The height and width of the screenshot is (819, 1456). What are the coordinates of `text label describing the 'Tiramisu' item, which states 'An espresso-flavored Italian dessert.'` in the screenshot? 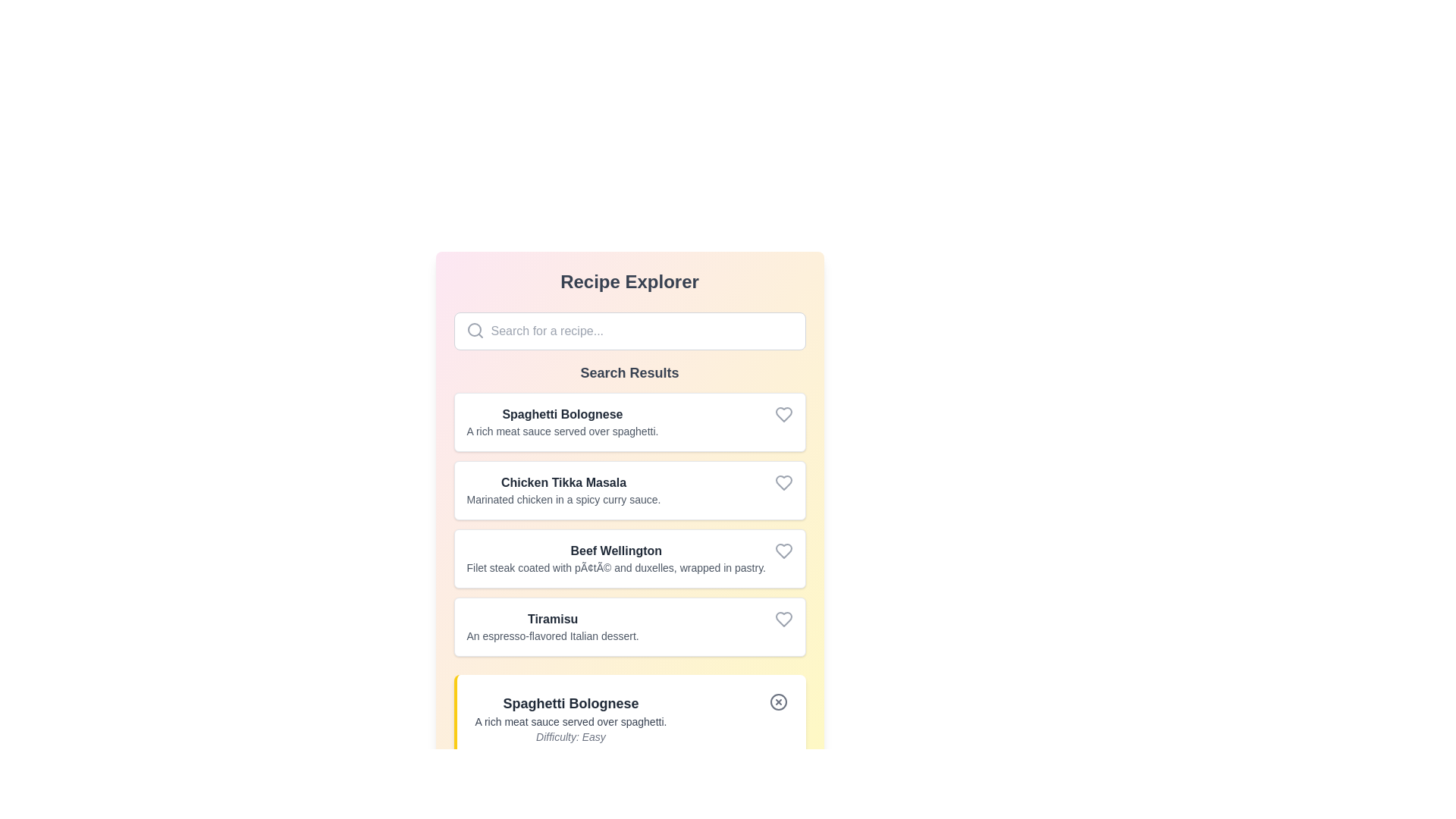 It's located at (552, 636).